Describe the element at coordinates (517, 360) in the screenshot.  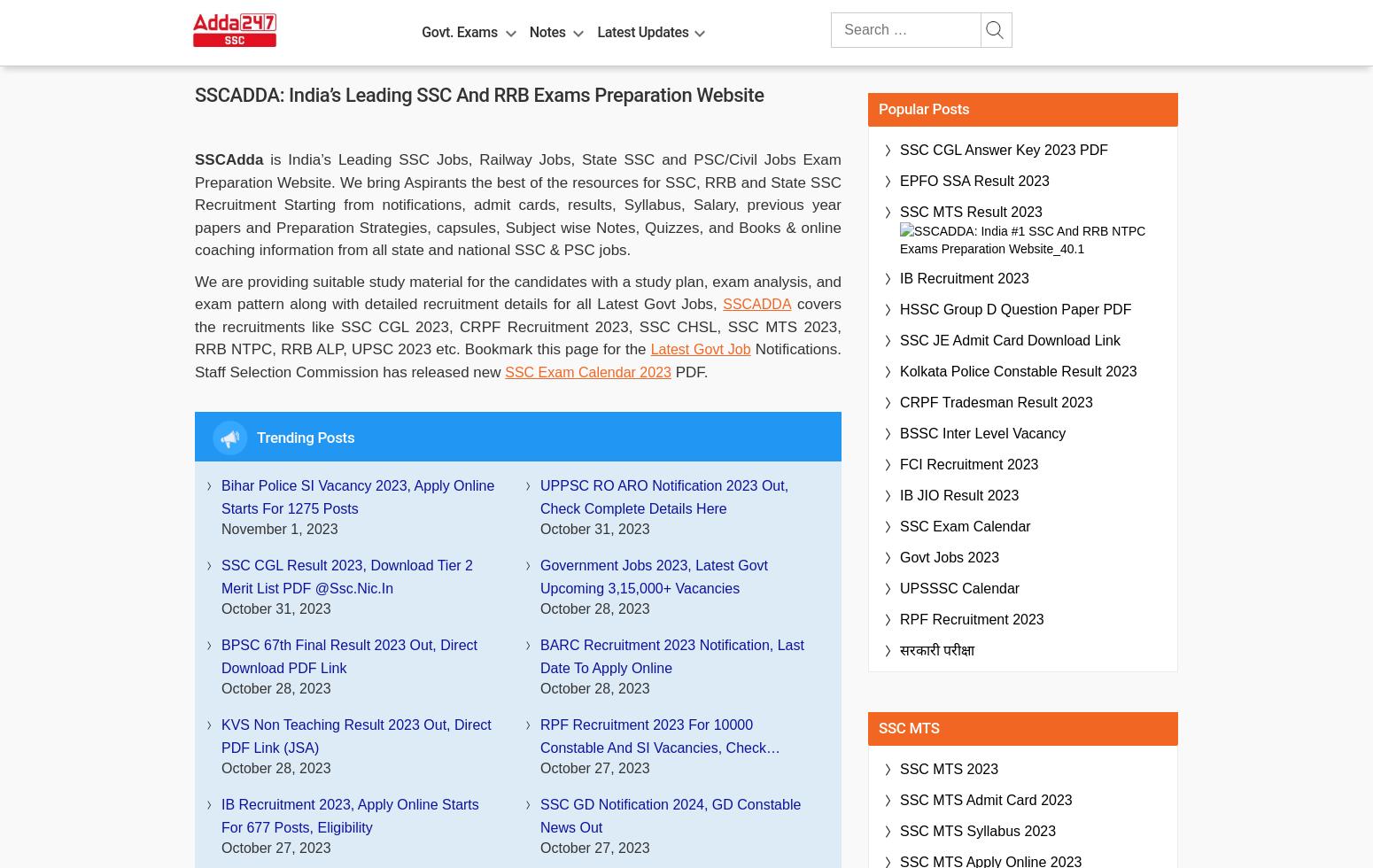
I see `'Notifications. Staff Selection Commission has released new'` at that location.